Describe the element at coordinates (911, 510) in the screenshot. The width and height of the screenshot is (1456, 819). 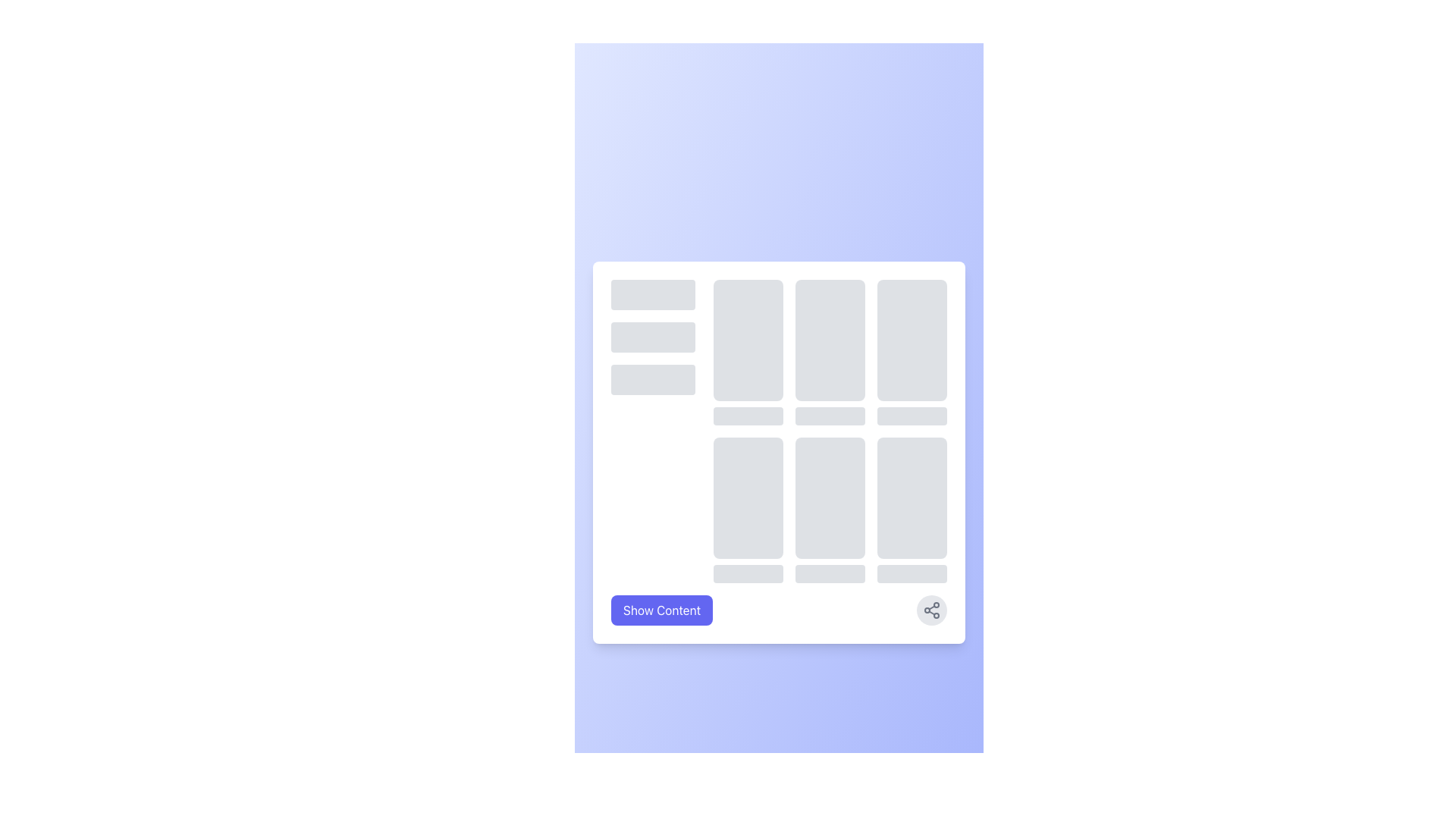
I see `the card-like UI component located in the bottom-right of the grid layout, which is currently empty and serves as a decorative element` at that location.